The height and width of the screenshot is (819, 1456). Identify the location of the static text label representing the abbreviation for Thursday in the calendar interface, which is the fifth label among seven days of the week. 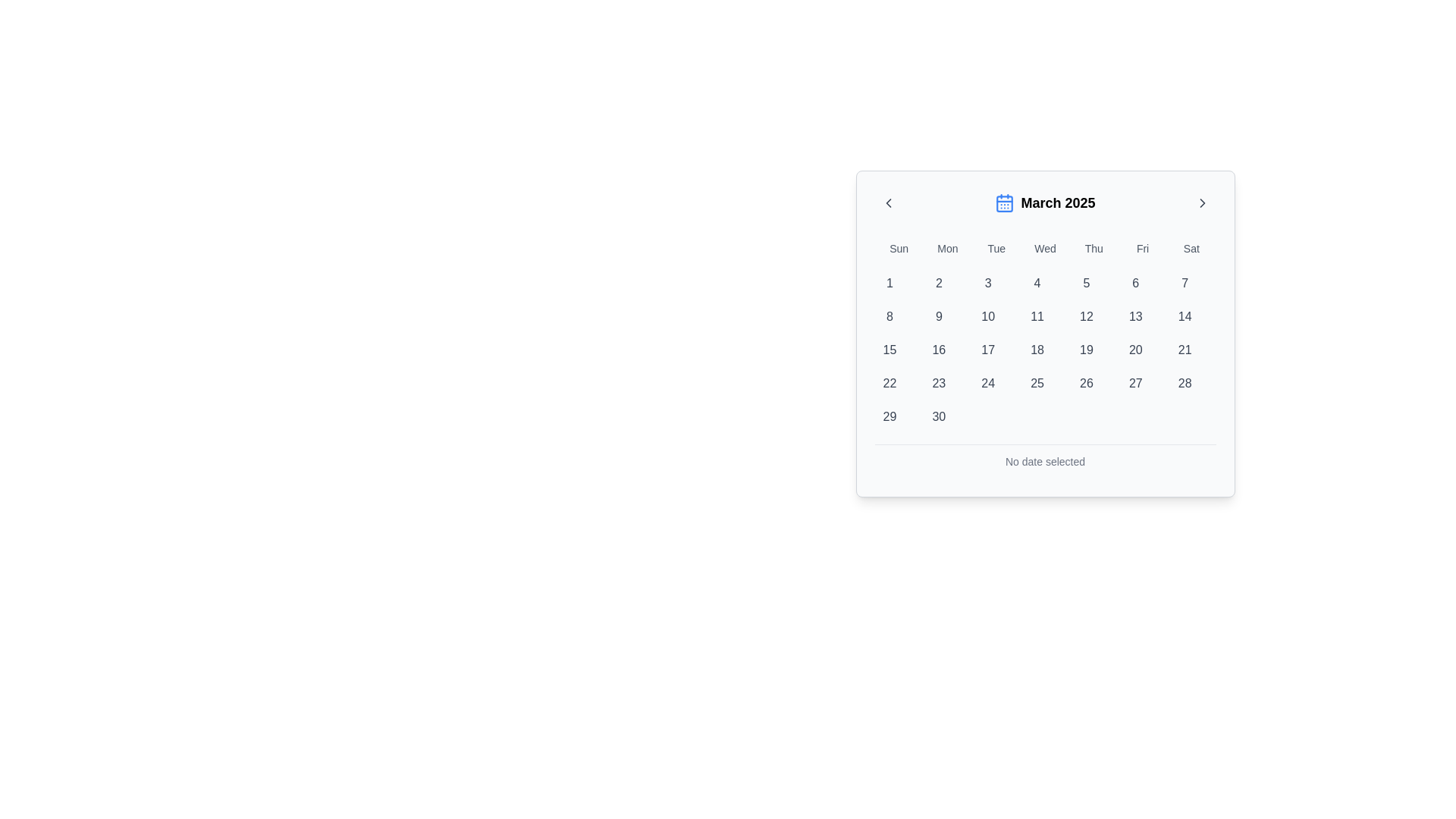
(1094, 247).